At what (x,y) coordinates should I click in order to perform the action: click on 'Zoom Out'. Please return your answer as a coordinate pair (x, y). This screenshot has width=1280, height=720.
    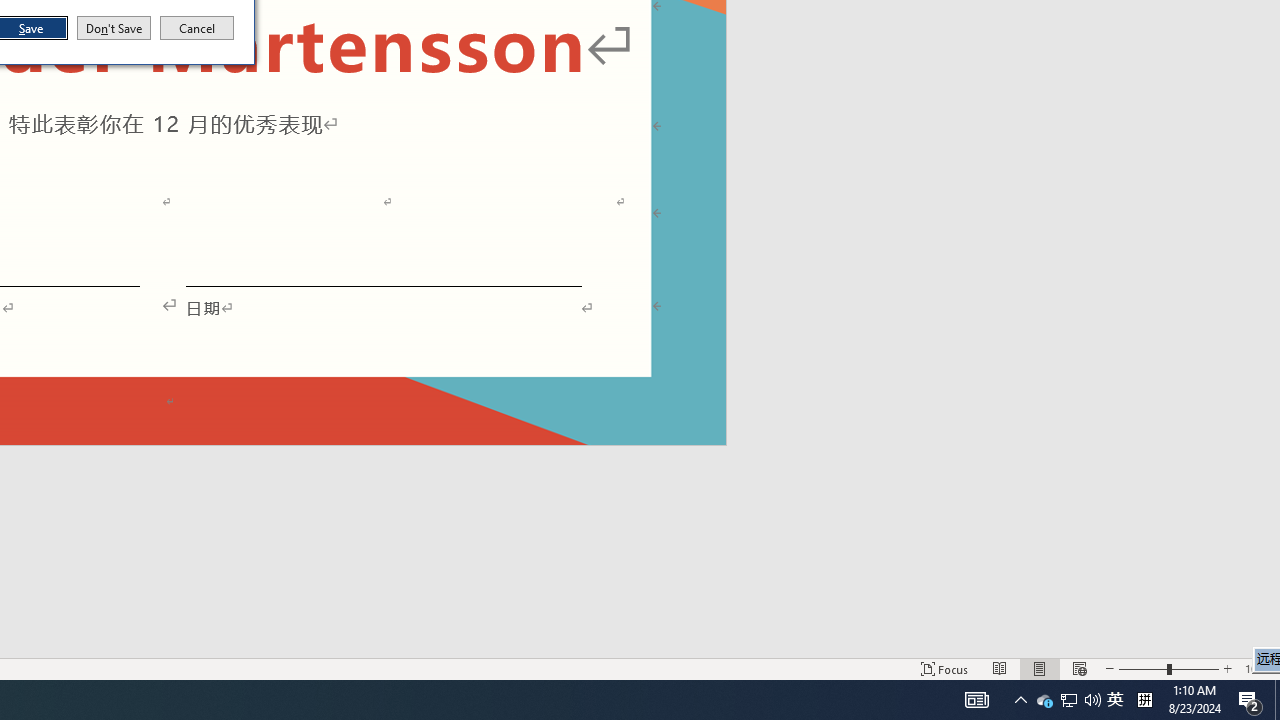
    Looking at the image, I should click on (1143, 669).